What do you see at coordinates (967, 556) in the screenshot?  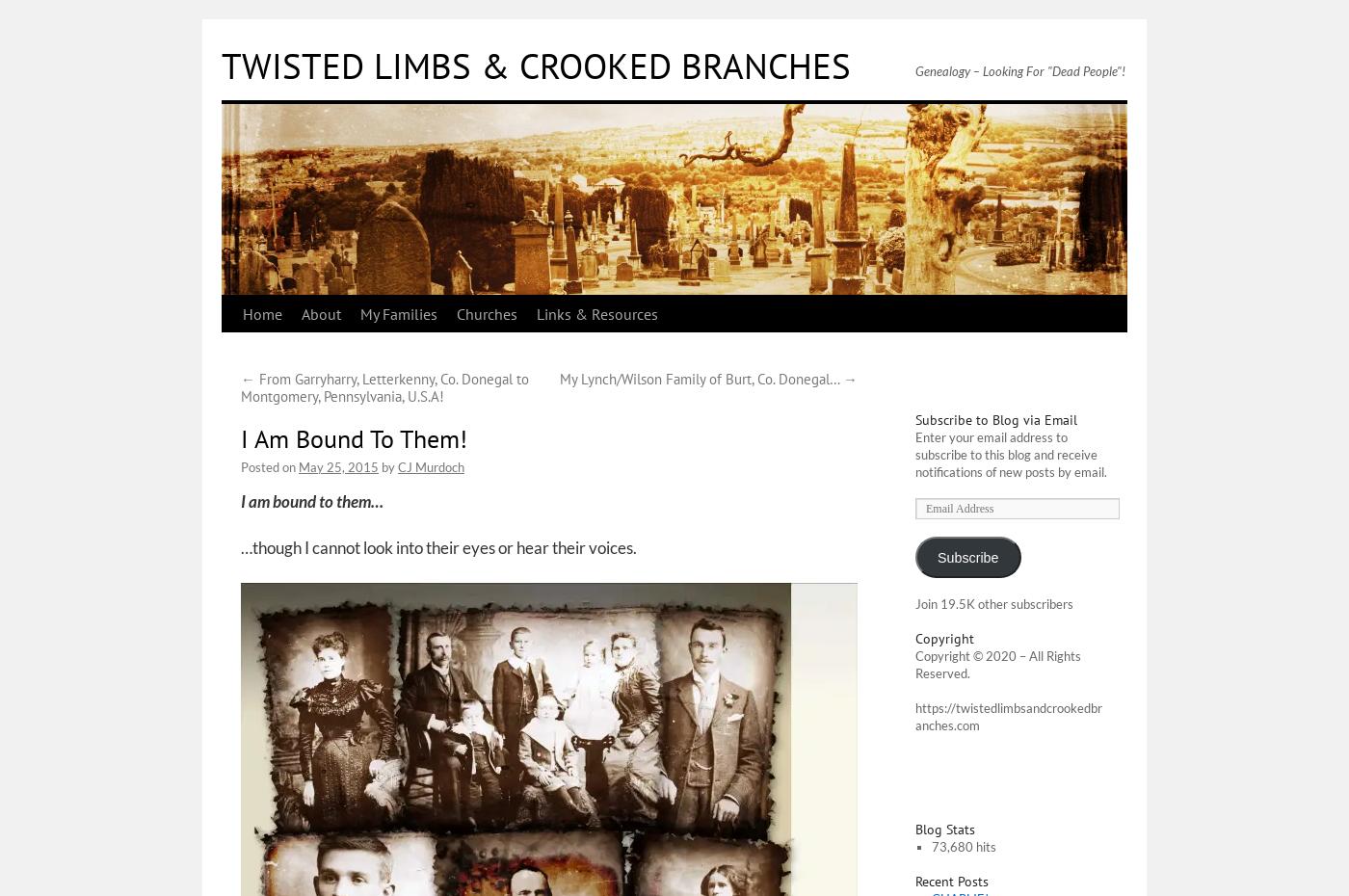 I see `'Subscribe'` at bounding box center [967, 556].